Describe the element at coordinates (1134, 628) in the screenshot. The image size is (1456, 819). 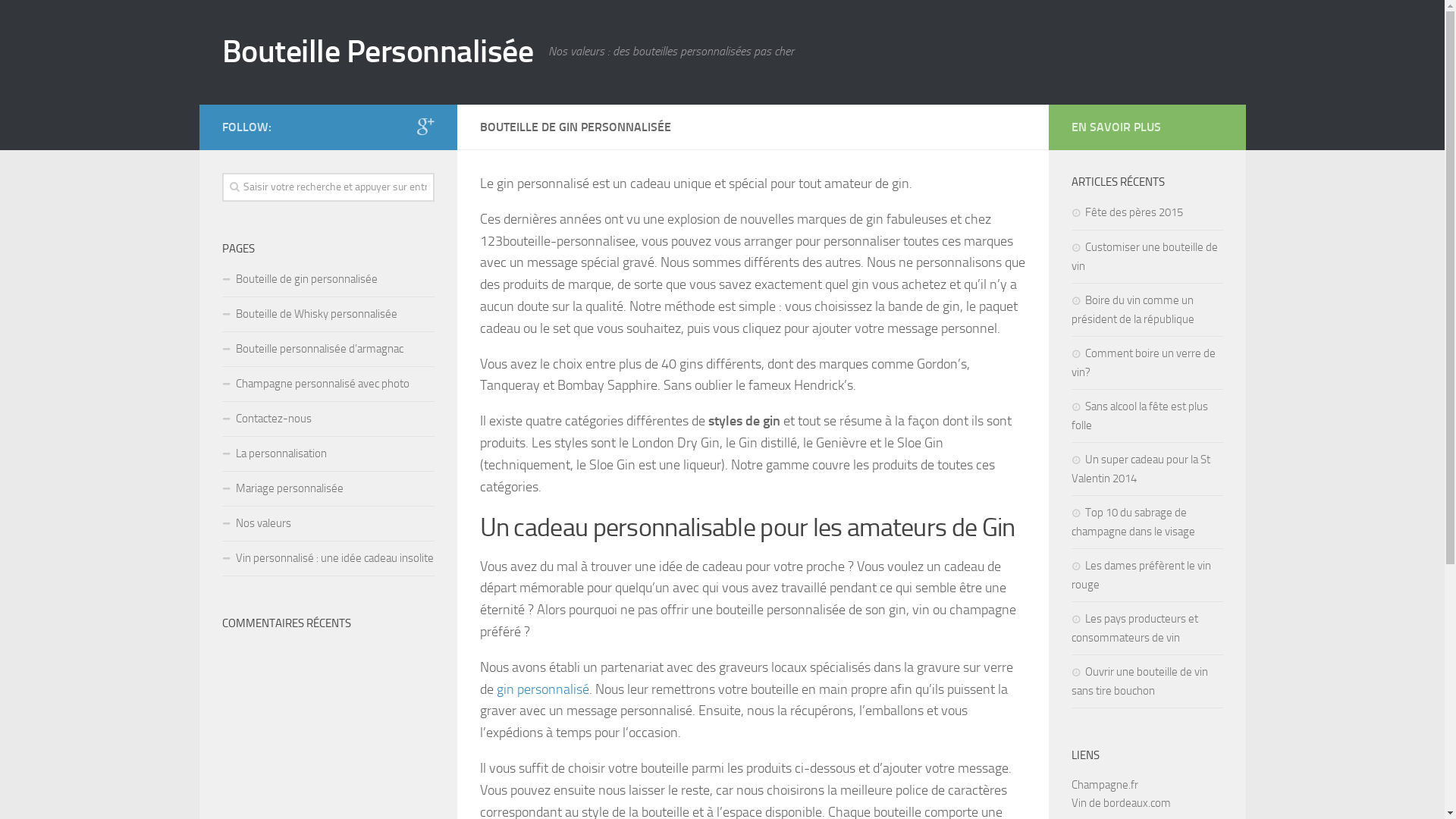
I see `'Les pays producteurs et consommateurs de vin'` at that location.